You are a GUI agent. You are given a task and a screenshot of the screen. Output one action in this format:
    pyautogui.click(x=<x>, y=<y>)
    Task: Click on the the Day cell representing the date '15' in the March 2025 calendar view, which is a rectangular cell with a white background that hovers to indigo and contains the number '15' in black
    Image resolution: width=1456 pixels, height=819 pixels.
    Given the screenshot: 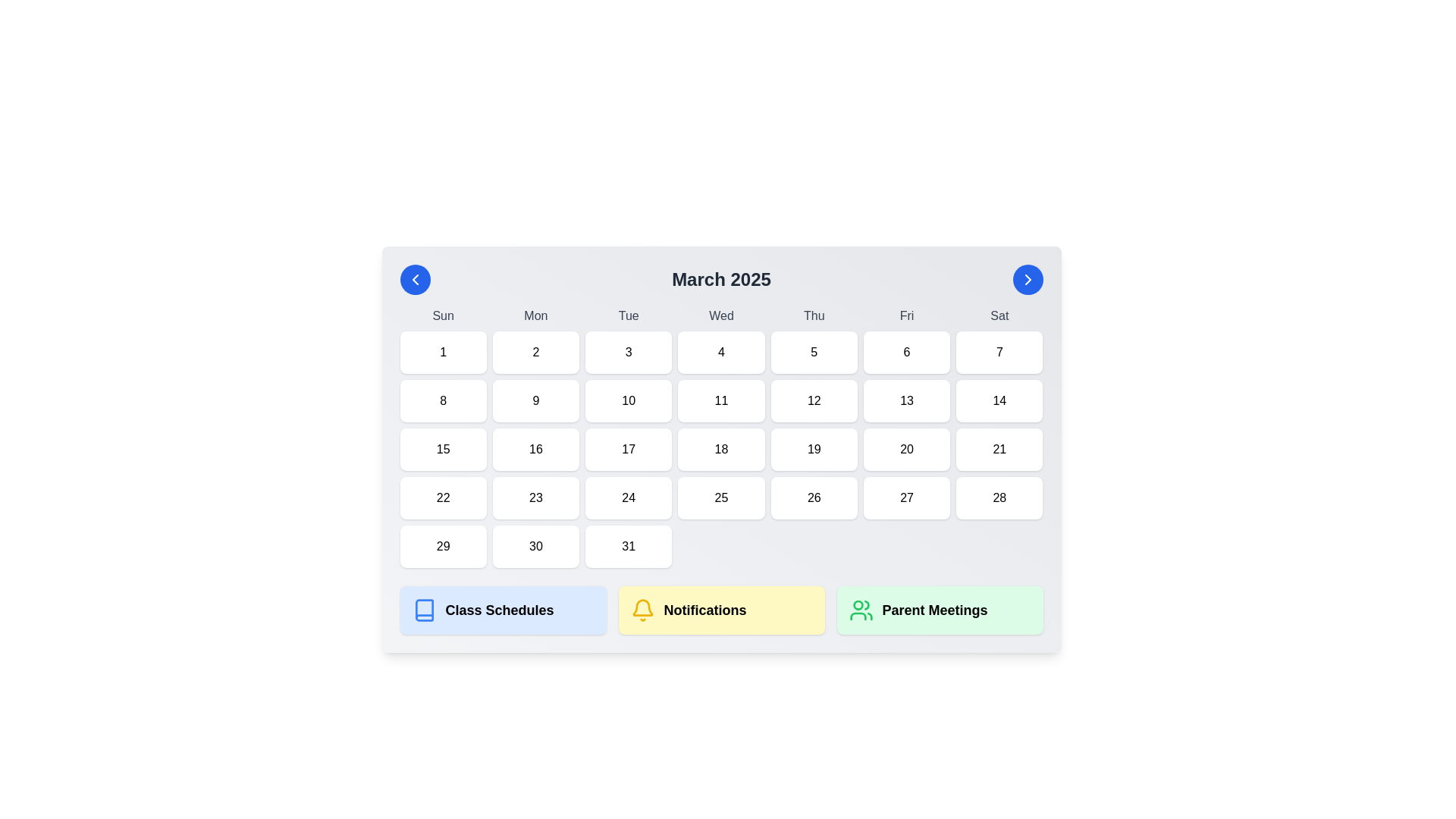 What is the action you would take?
    pyautogui.click(x=442, y=449)
    